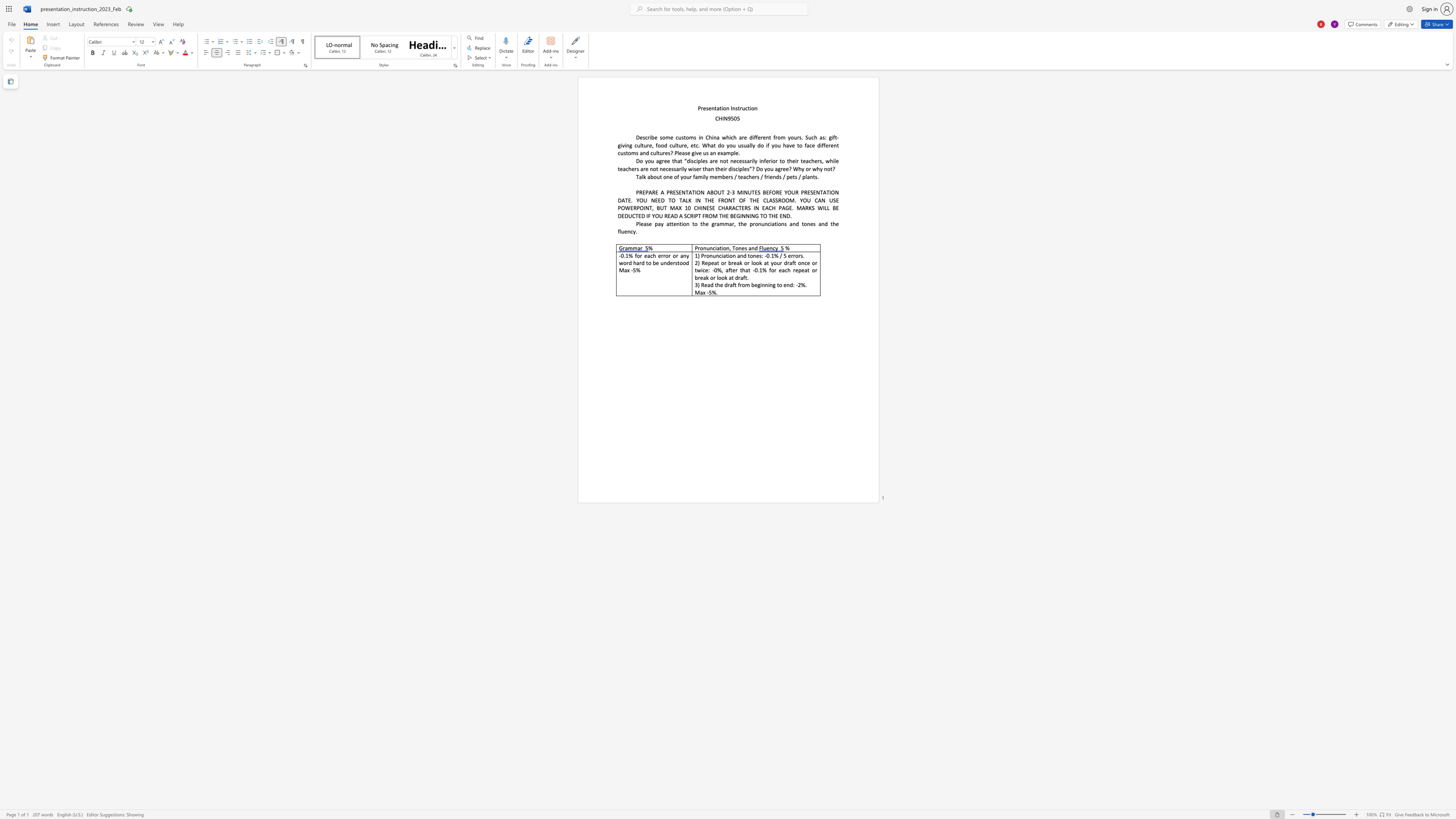  I want to click on the subset text "m beginning to end: -2" within the text "3) Read the draft from beginning to end: -2%.", so click(745, 284).